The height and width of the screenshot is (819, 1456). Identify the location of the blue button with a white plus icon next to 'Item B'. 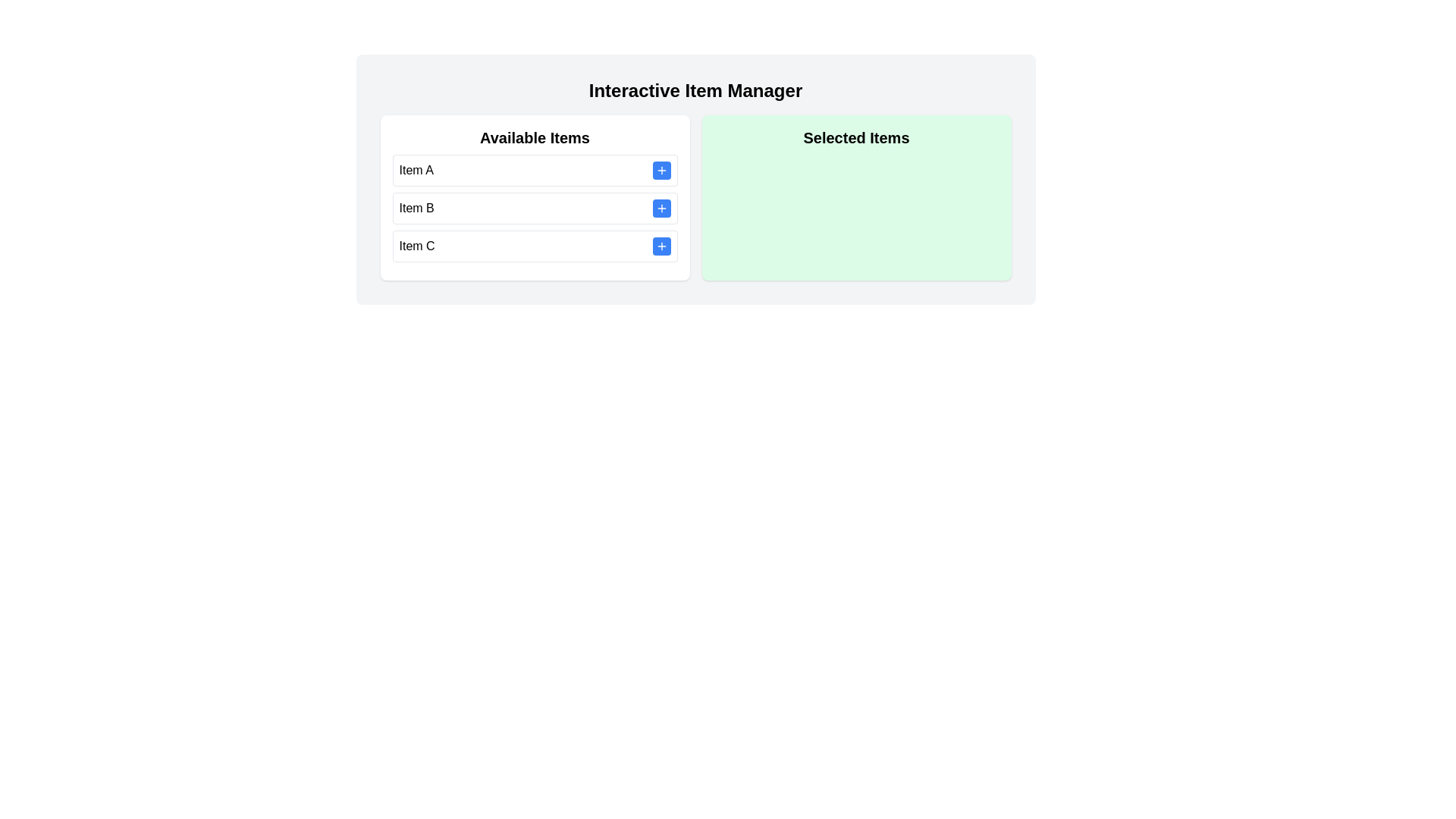
(661, 208).